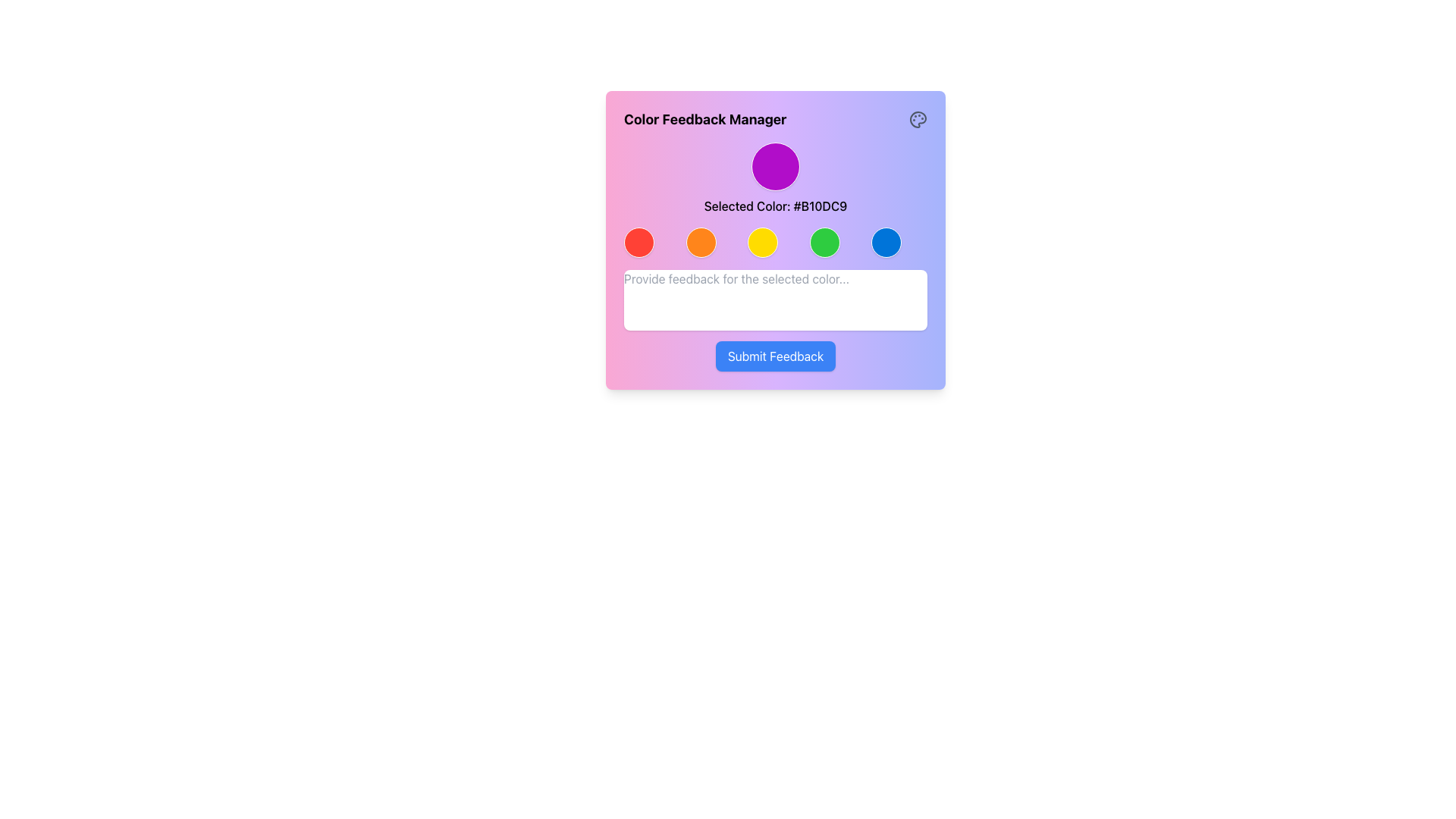  What do you see at coordinates (775, 356) in the screenshot?
I see `the 'Submit Feedback' button, which is a rectangular button with rounded corners, blue background, and white text located at the bottom center of the 'Color Feedback Manager' UI card` at bounding box center [775, 356].